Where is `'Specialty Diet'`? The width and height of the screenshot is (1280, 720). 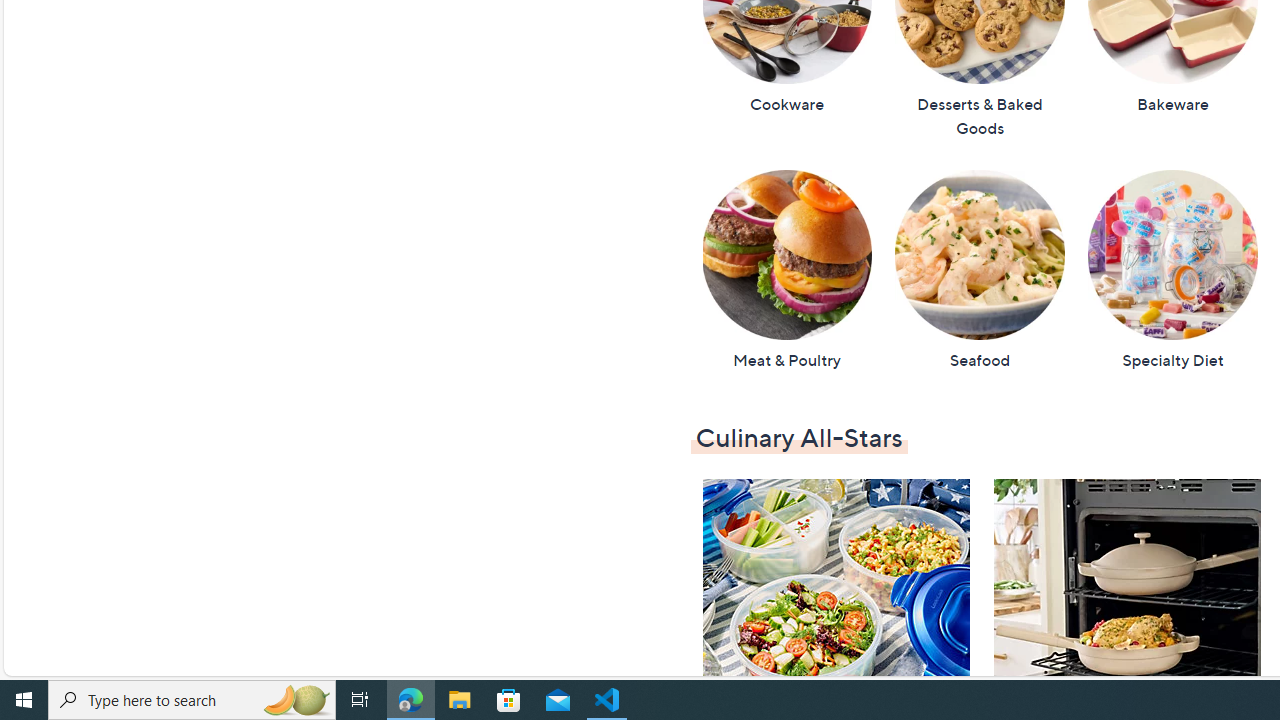 'Specialty Diet' is located at coordinates (1173, 270).